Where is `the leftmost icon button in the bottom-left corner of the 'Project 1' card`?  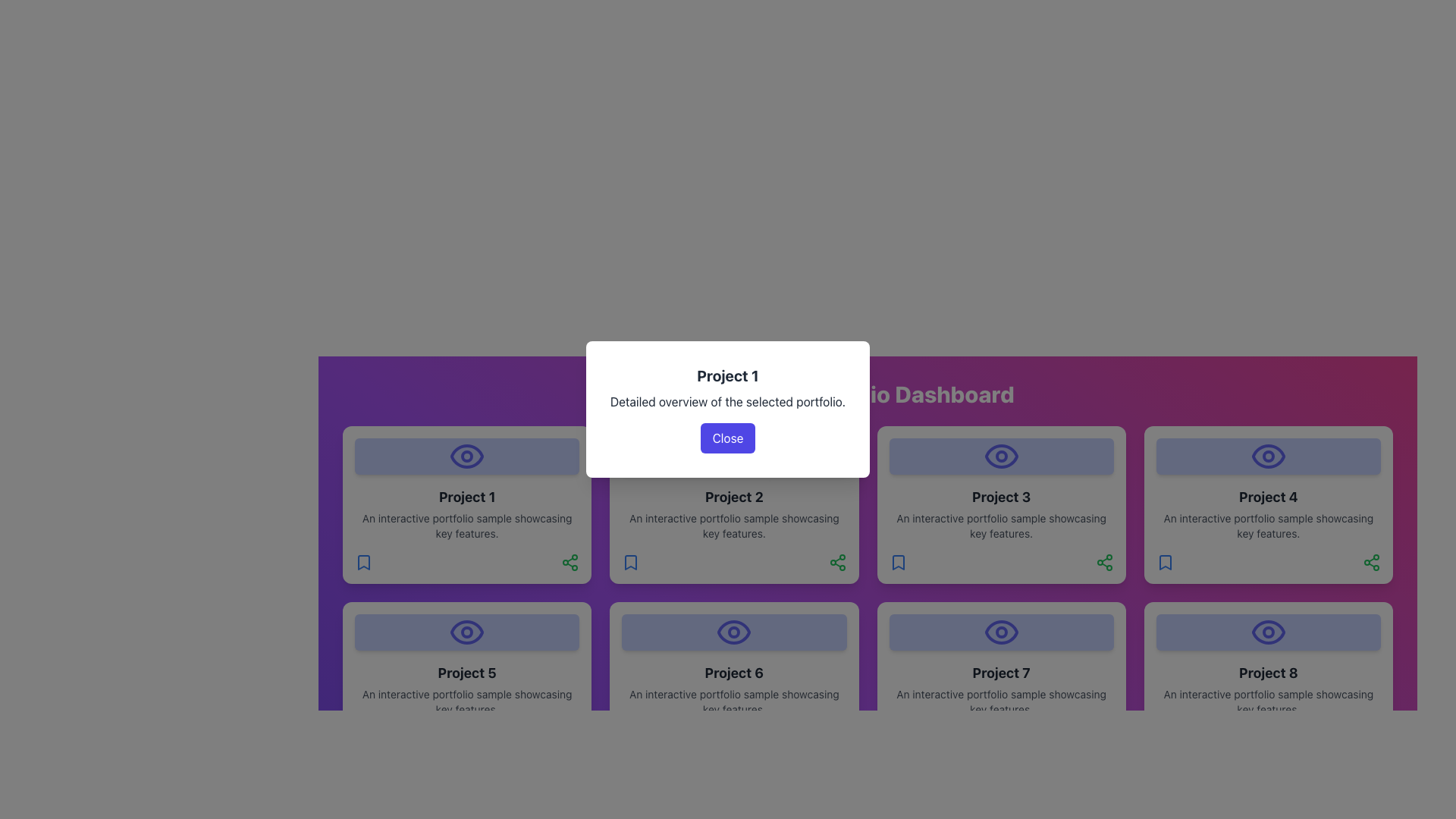 the leftmost icon button in the bottom-left corner of the 'Project 1' card is located at coordinates (364, 562).